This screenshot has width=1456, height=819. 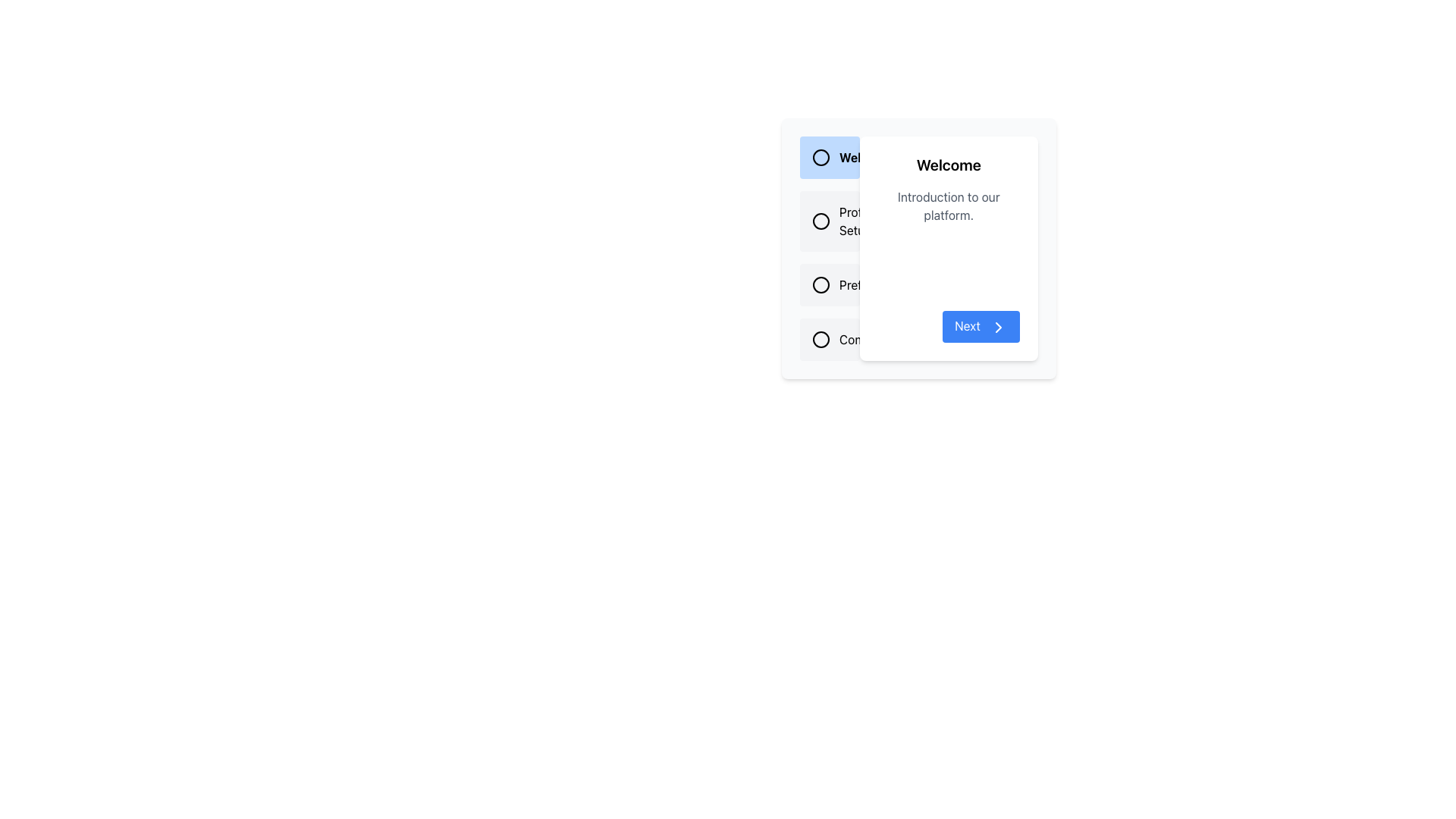 What do you see at coordinates (829, 221) in the screenshot?
I see `the 'Profile Setup' button located below the 'Welcome' option and above the 'Preferences' option in the vertical list of options` at bounding box center [829, 221].